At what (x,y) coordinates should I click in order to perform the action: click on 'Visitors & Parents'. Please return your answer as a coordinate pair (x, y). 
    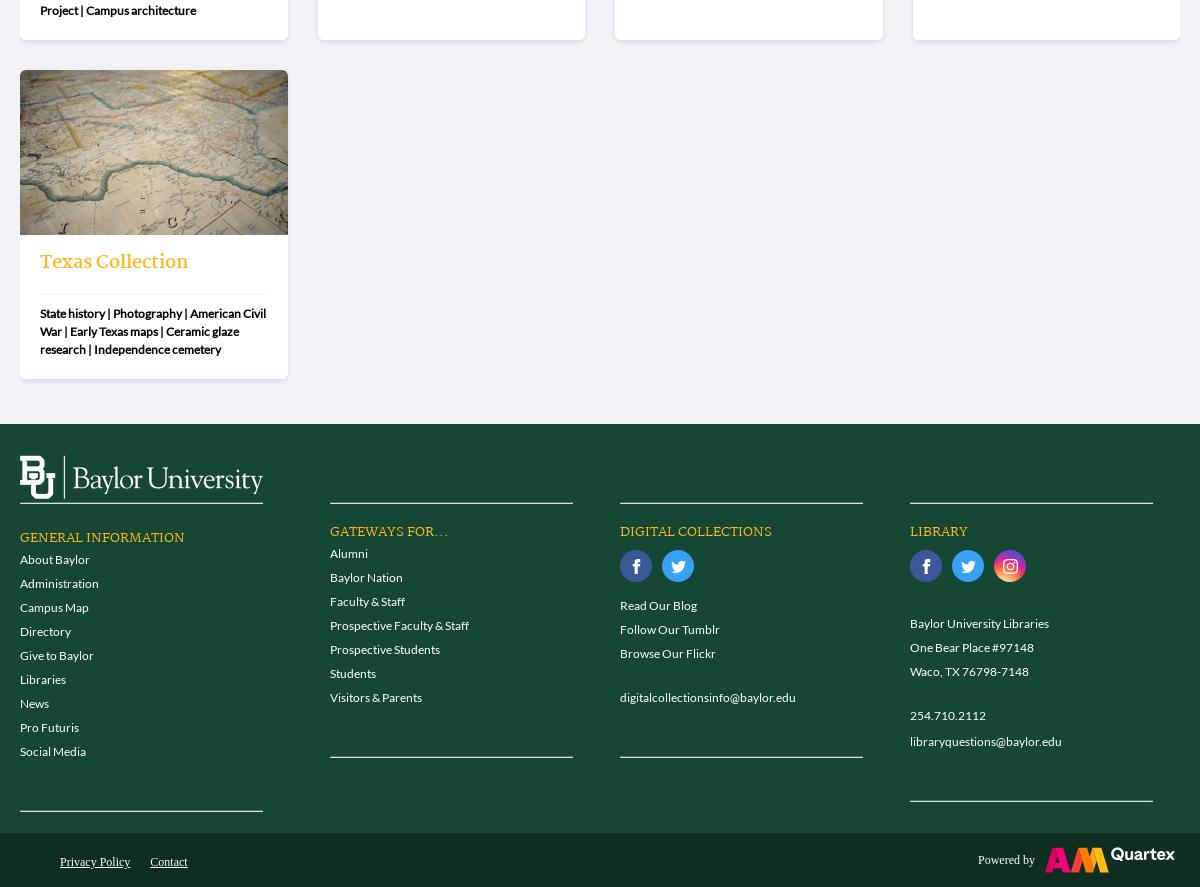
    Looking at the image, I should click on (375, 697).